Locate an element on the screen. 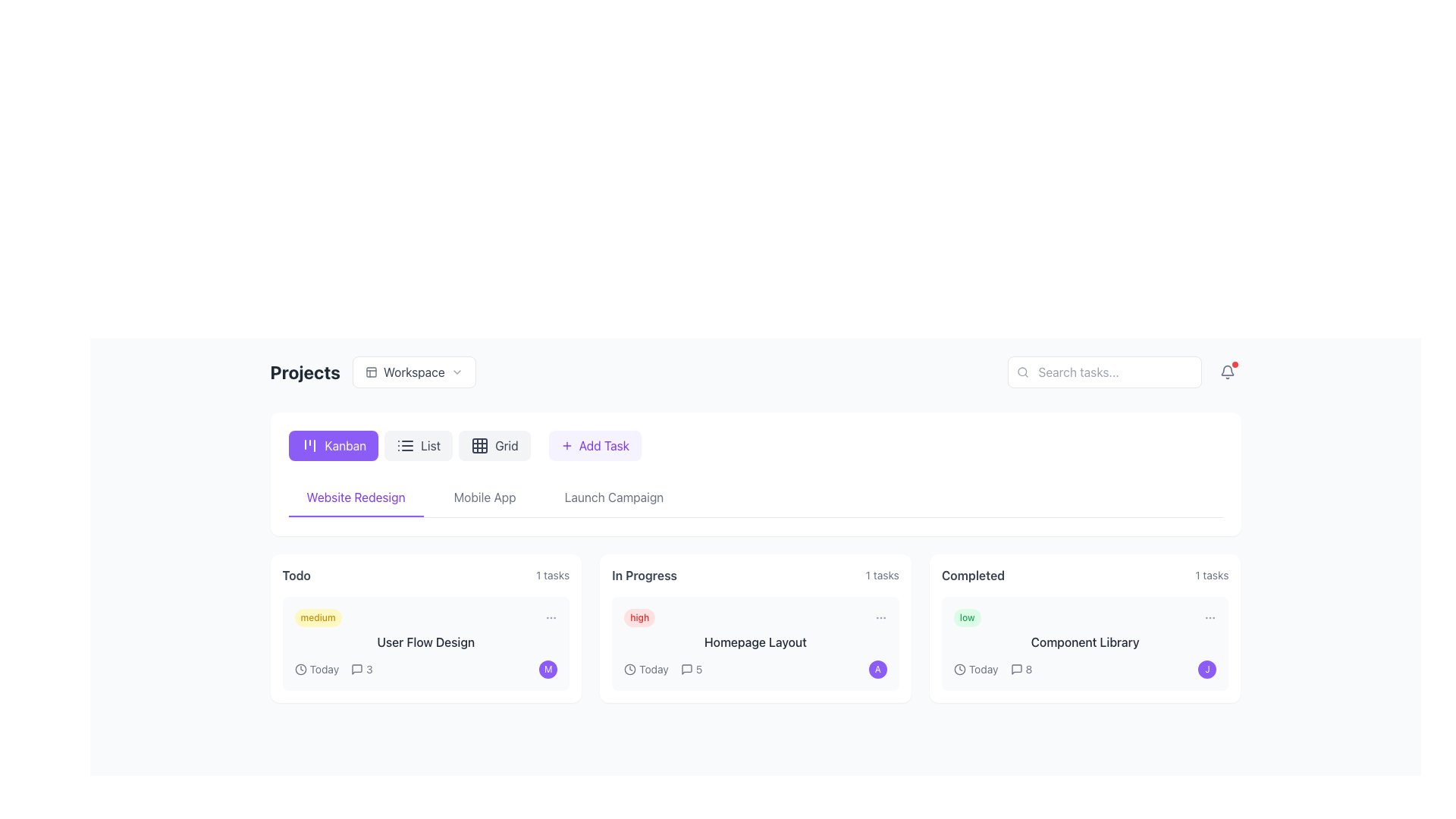 This screenshot has width=1456, height=819. text content of the bold, capitalized 'In Progress' label located at the top-left of the second card in the 'Website Redesign' section is located at coordinates (644, 576).